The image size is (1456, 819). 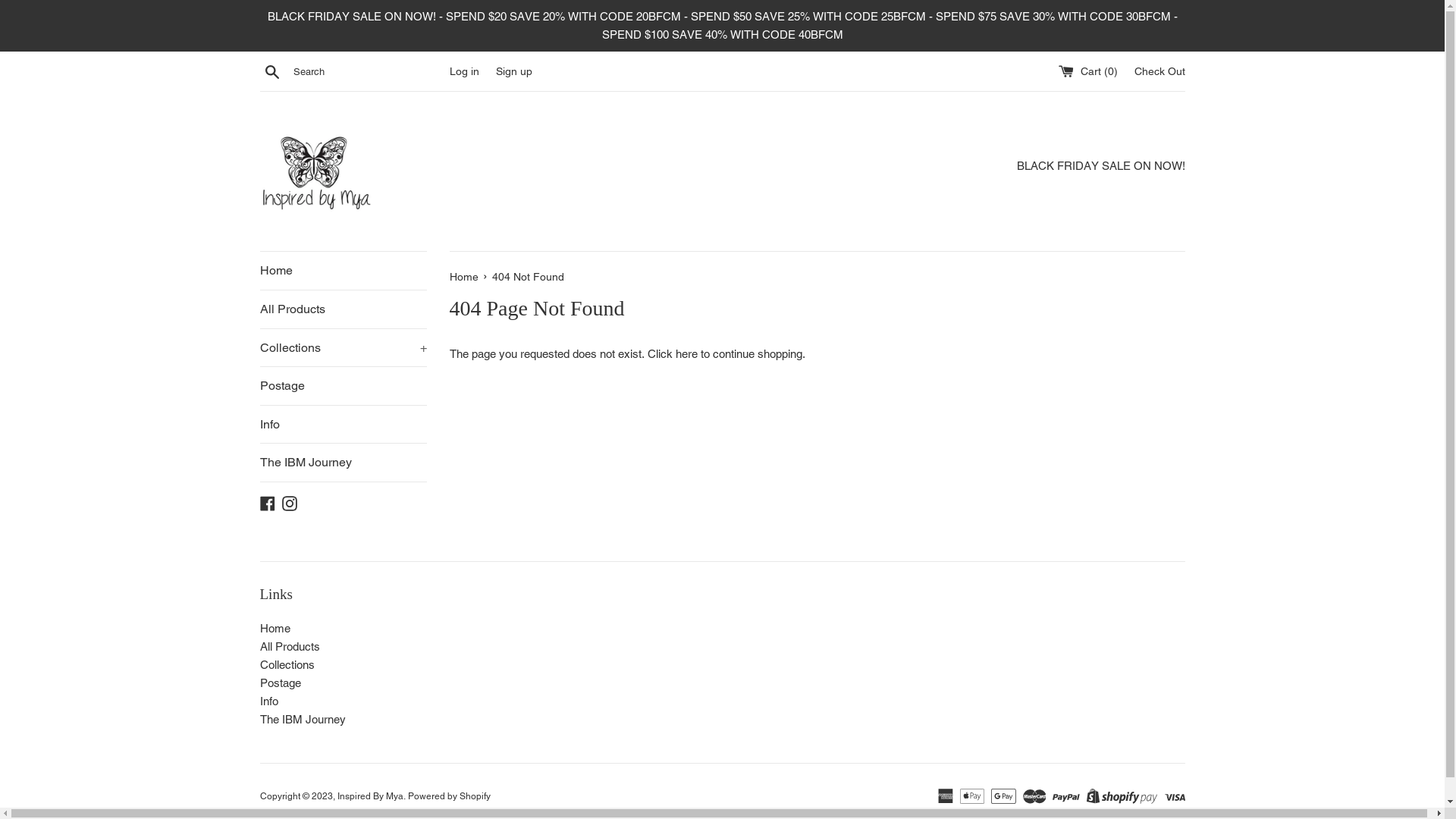 I want to click on 'Collections, so click(x=259, y=348).